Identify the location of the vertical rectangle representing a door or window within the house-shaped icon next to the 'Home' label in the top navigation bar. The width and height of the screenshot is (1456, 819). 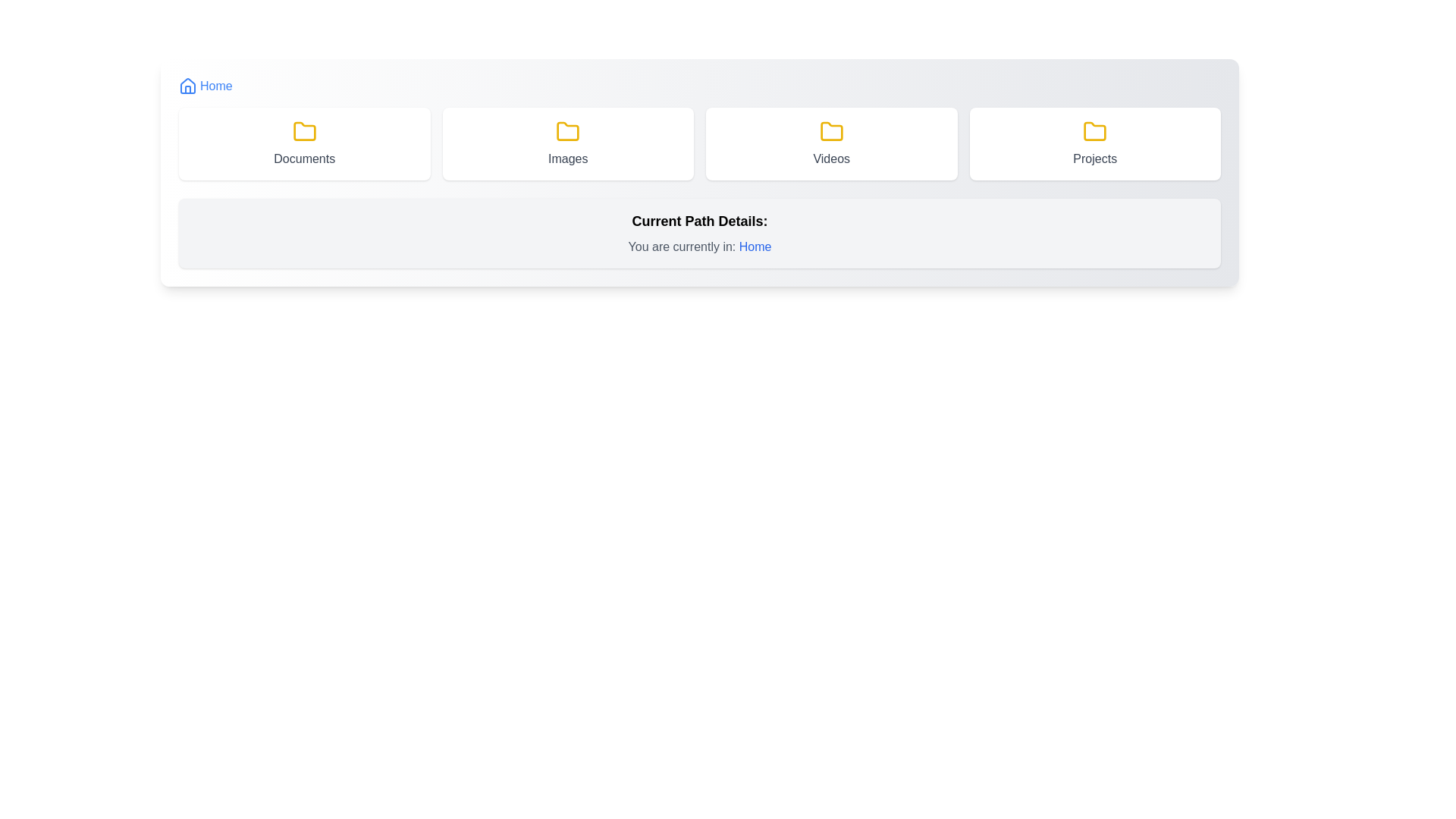
(187, 89).